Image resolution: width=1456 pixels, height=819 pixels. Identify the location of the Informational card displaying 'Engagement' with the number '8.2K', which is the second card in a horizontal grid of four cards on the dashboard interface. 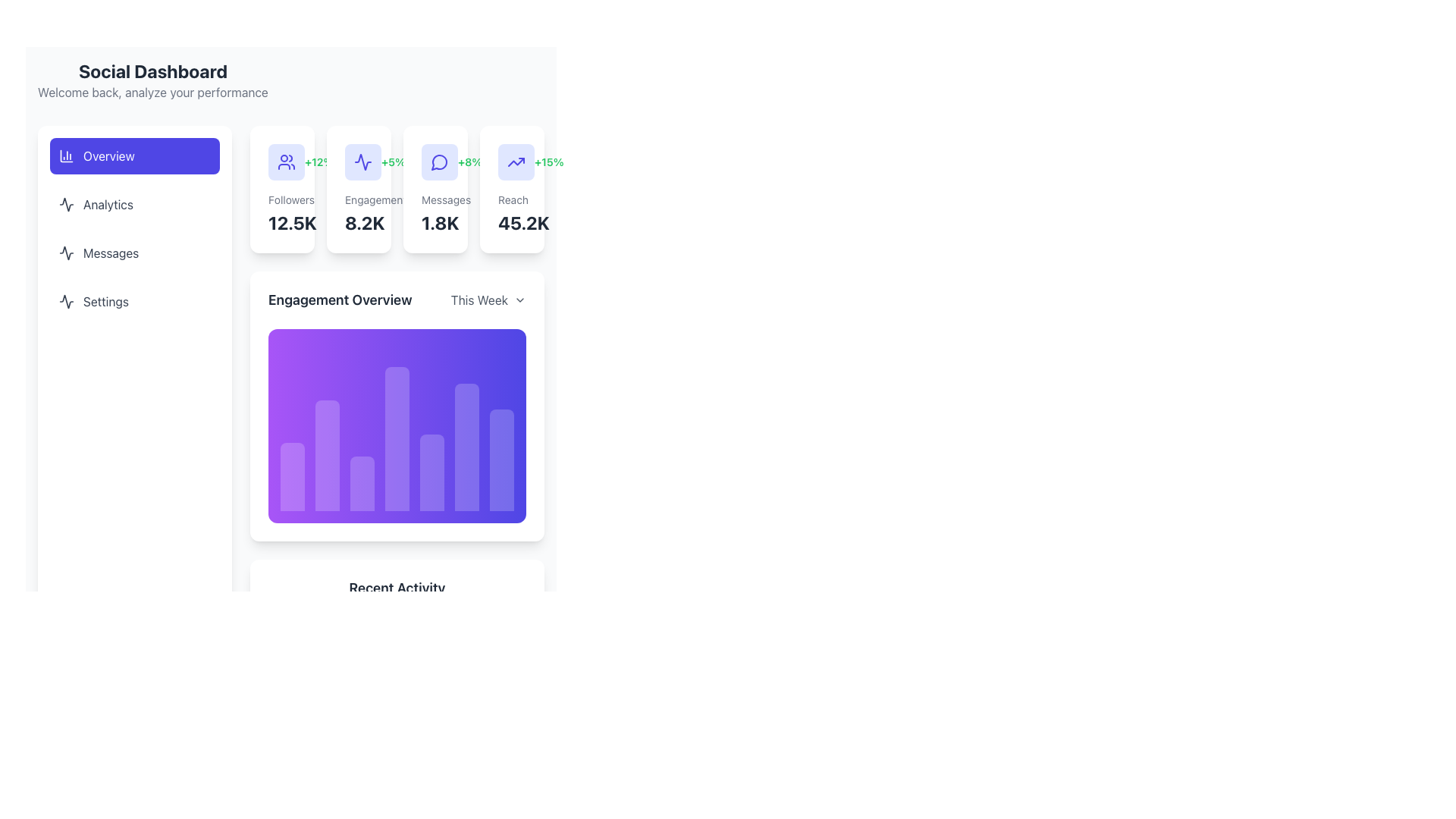
(358, 189).